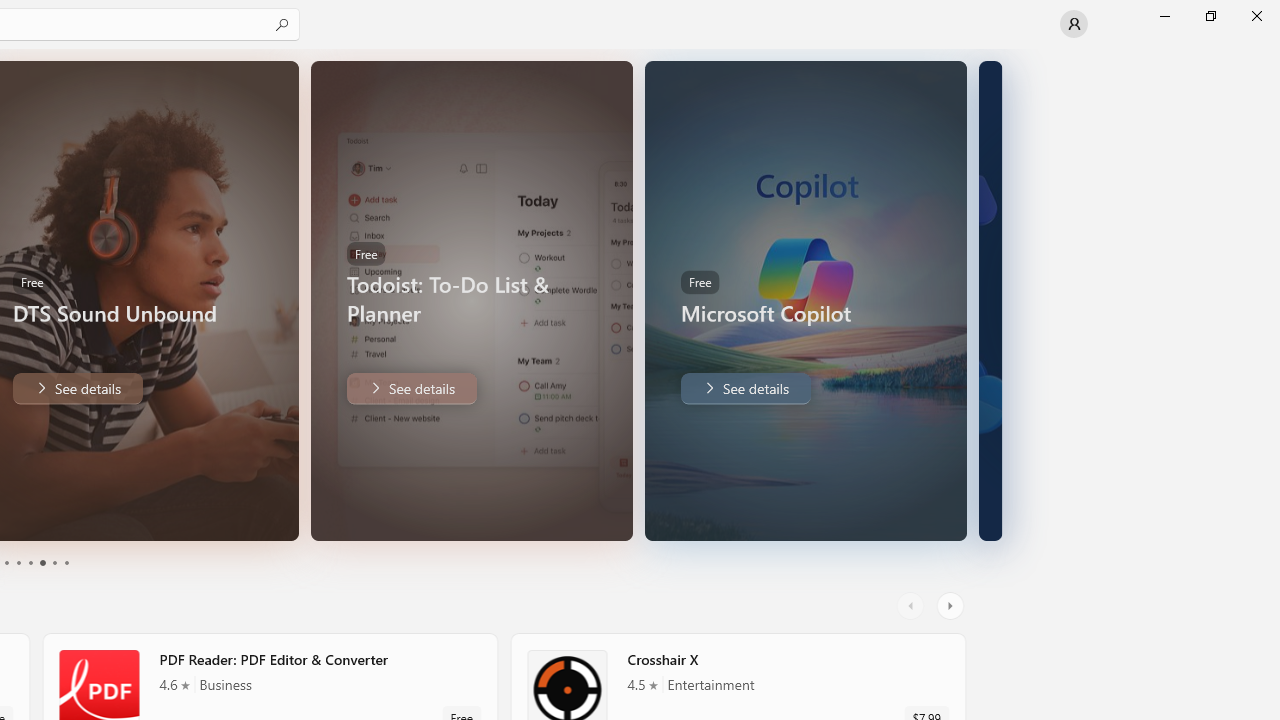 Image resolution: width=1280 pixels, height=720 pixels. What do you see at coordinates (5, 563) in the screenshot?
I see `'Page 1'` at bounding box center [5, 563].